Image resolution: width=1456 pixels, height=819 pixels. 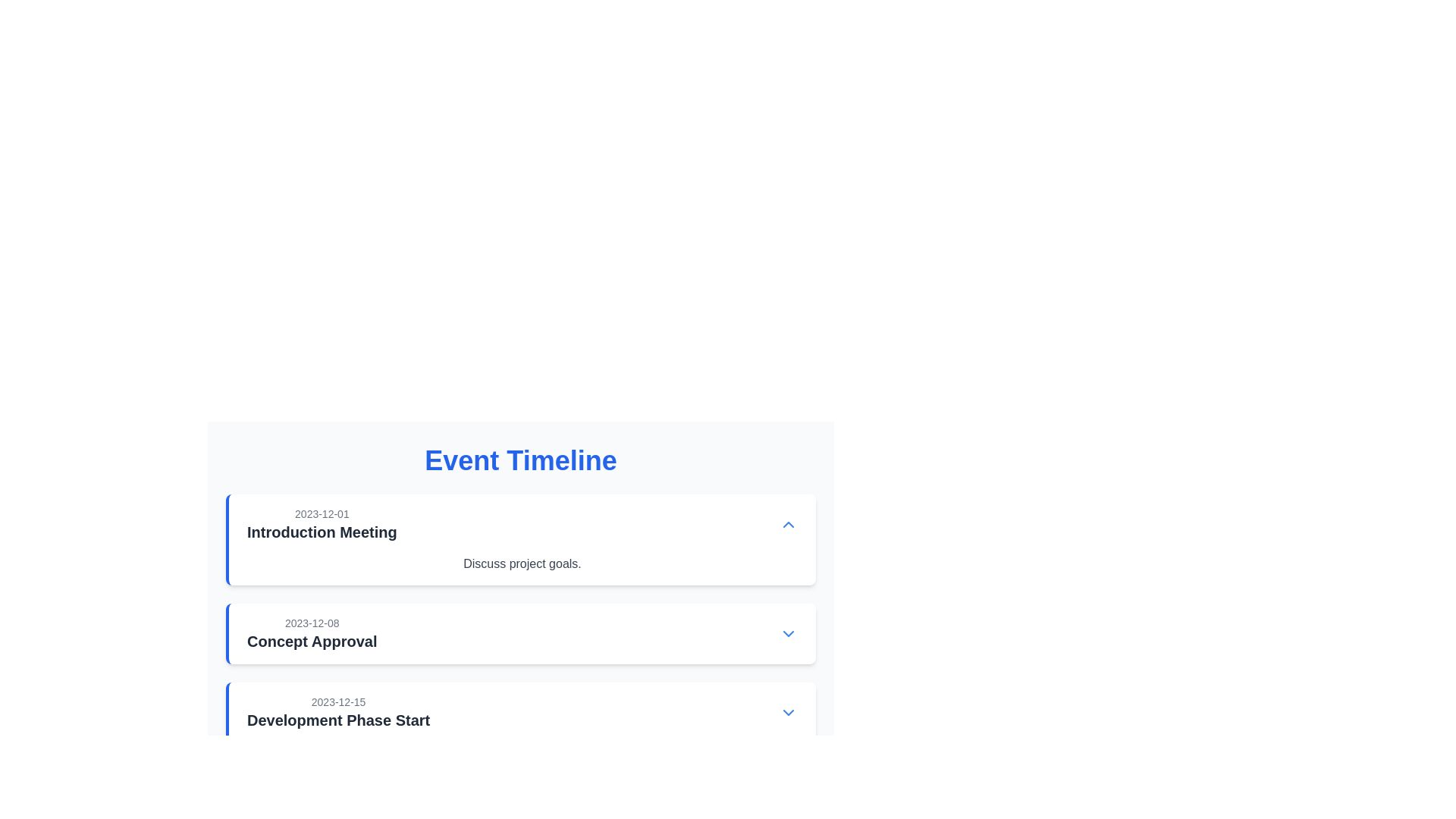 I want to click on the header text element that serves as a descriptive heading for the events section, located at the top of the timeline interface, so click(x=520, y=460).